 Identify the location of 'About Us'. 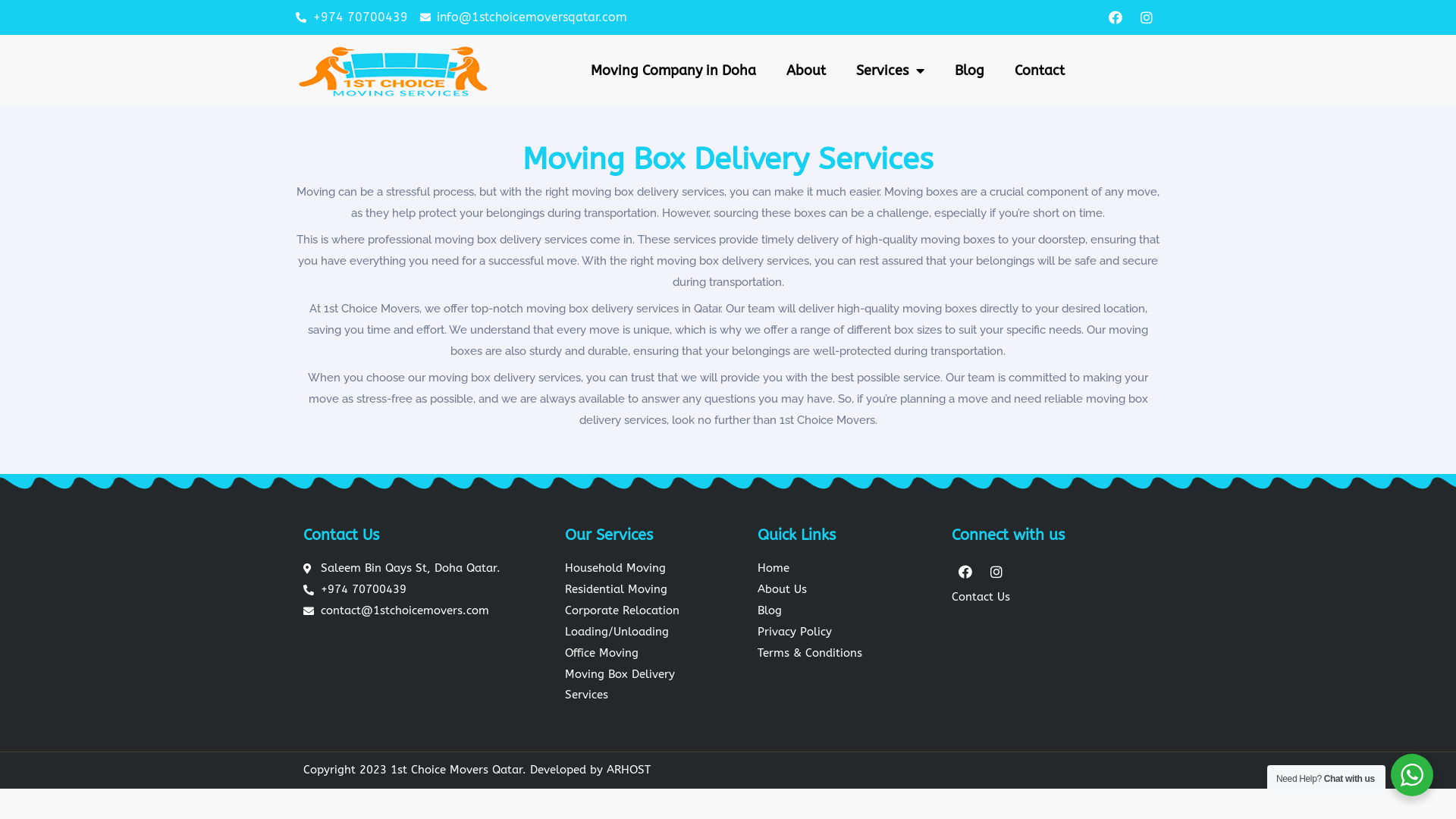
(846, 589).